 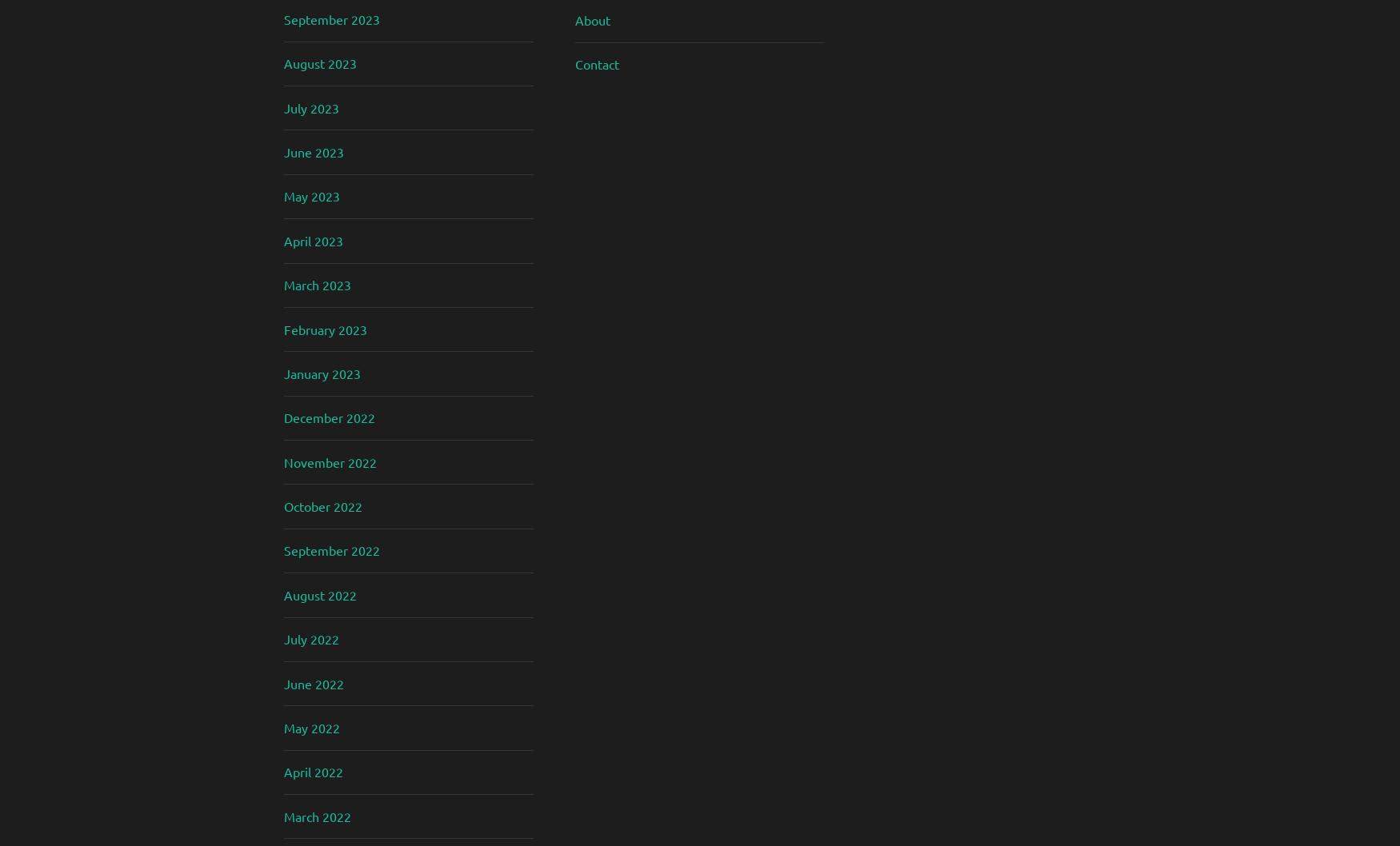 I want to click on 'September 2023', so click(x=330, y=18).